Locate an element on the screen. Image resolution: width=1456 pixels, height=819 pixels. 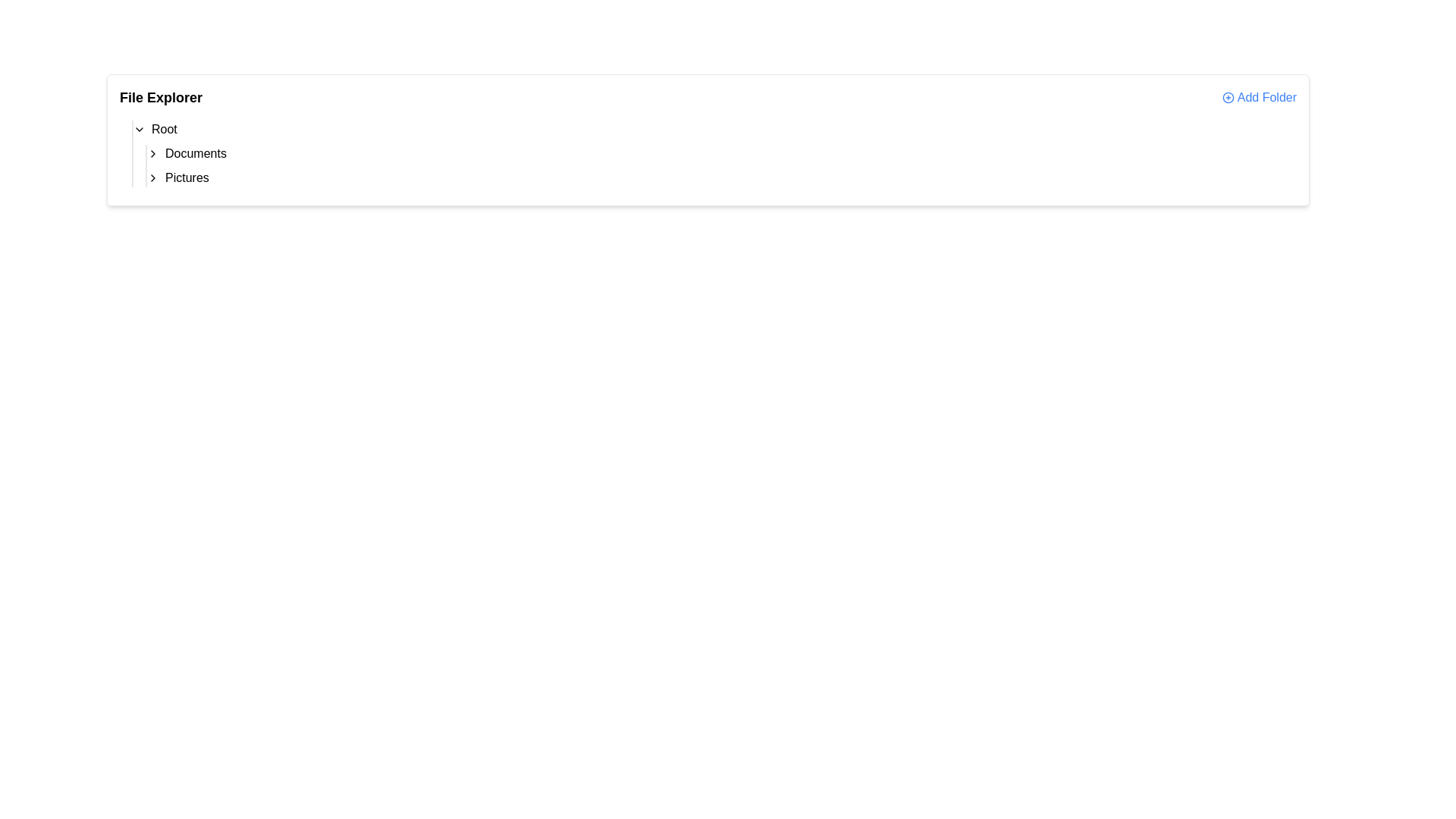
the icon located at the top-right corner of the file explorer section, which serves as a visual indicator for adding a new folder is located at coordinates (1228, 97).